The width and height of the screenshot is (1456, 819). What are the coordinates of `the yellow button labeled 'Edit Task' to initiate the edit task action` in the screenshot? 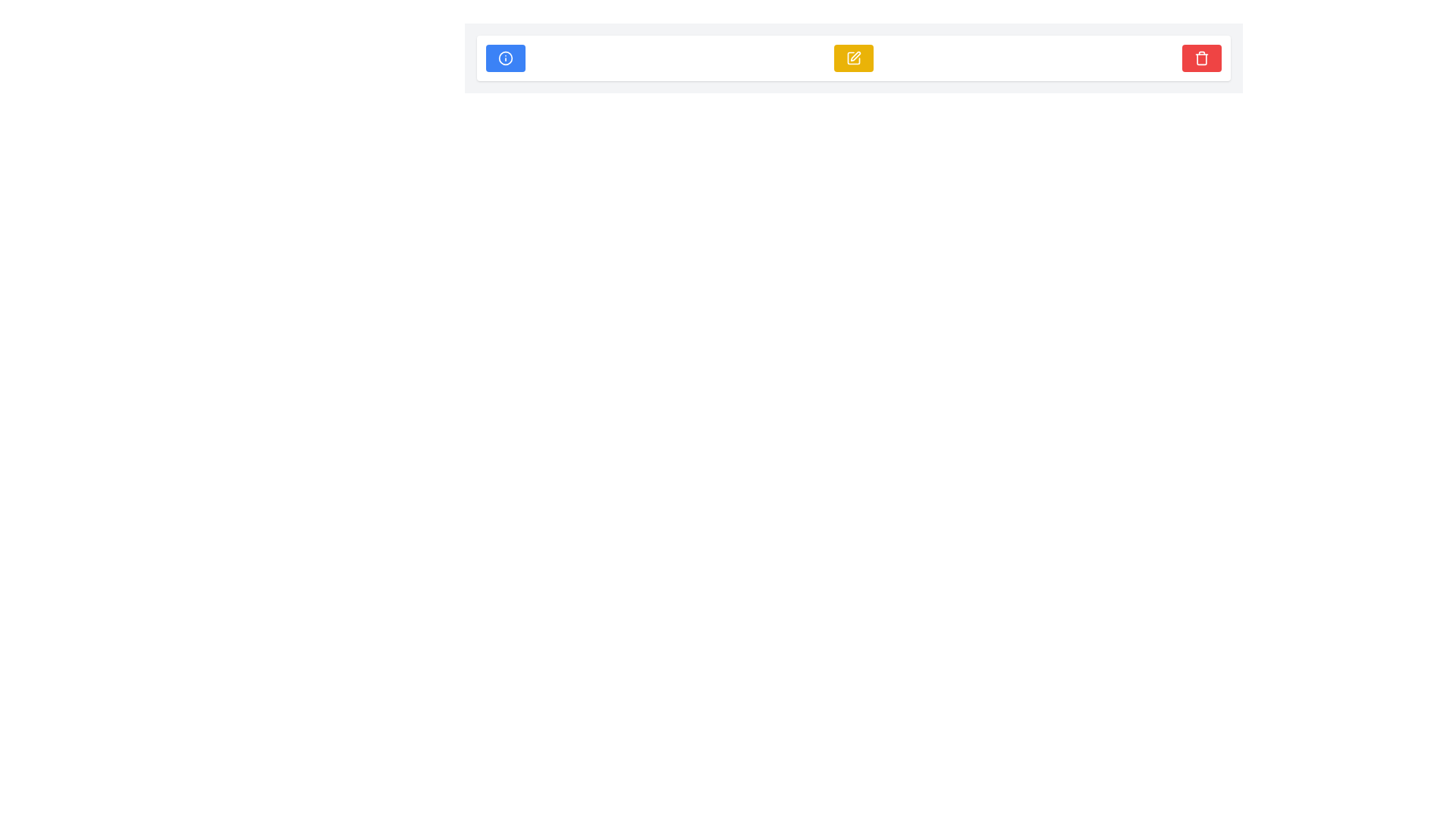 It's located at (854, 58).